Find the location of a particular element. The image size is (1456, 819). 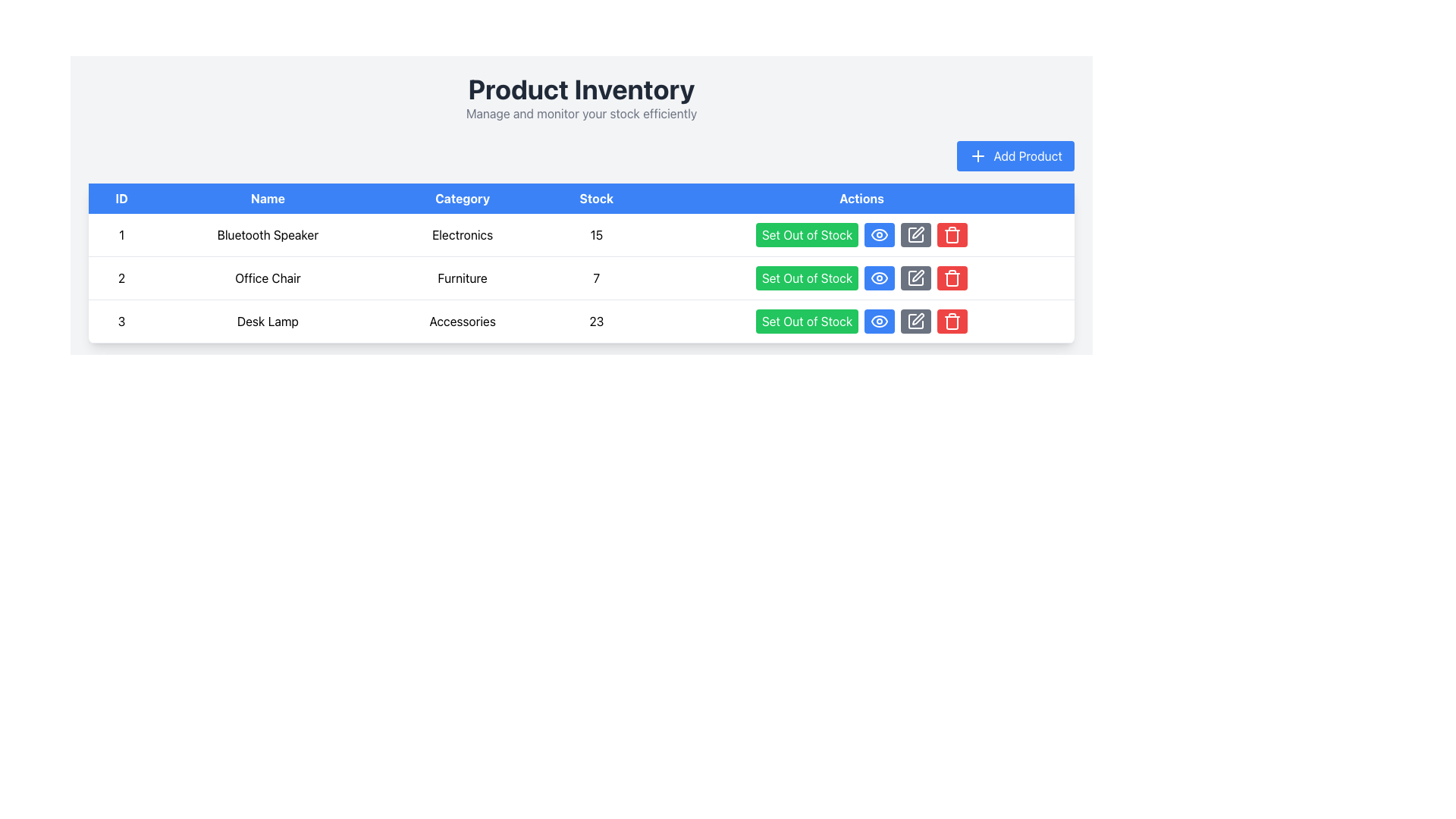

the blue-colored table header row containing the column titles 'ID', 'Name', 'Category', 'Stock', and 'Actions' is located at coordinates (581, 198).